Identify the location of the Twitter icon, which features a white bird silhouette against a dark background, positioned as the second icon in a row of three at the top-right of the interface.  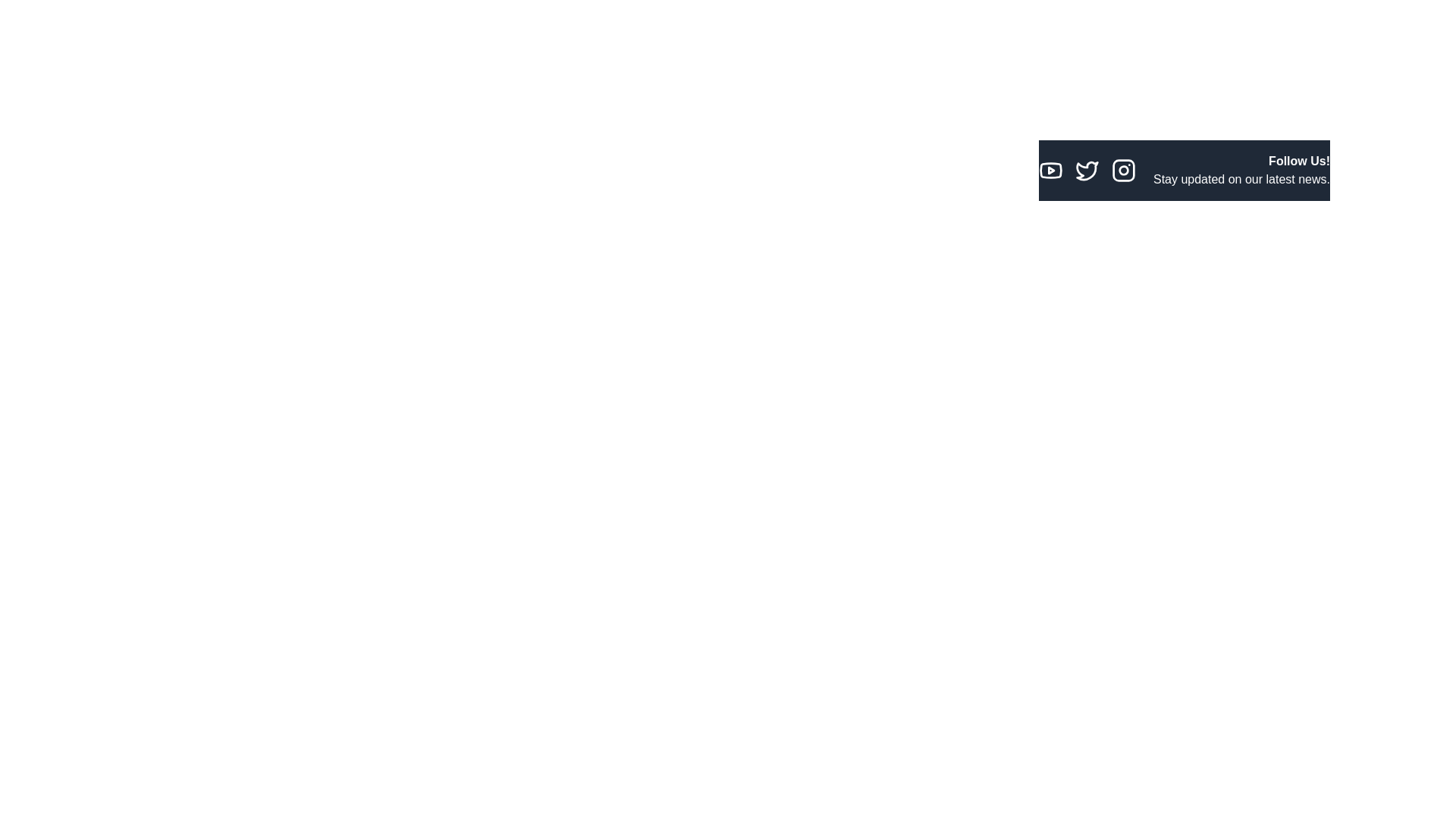
(1087, 170).